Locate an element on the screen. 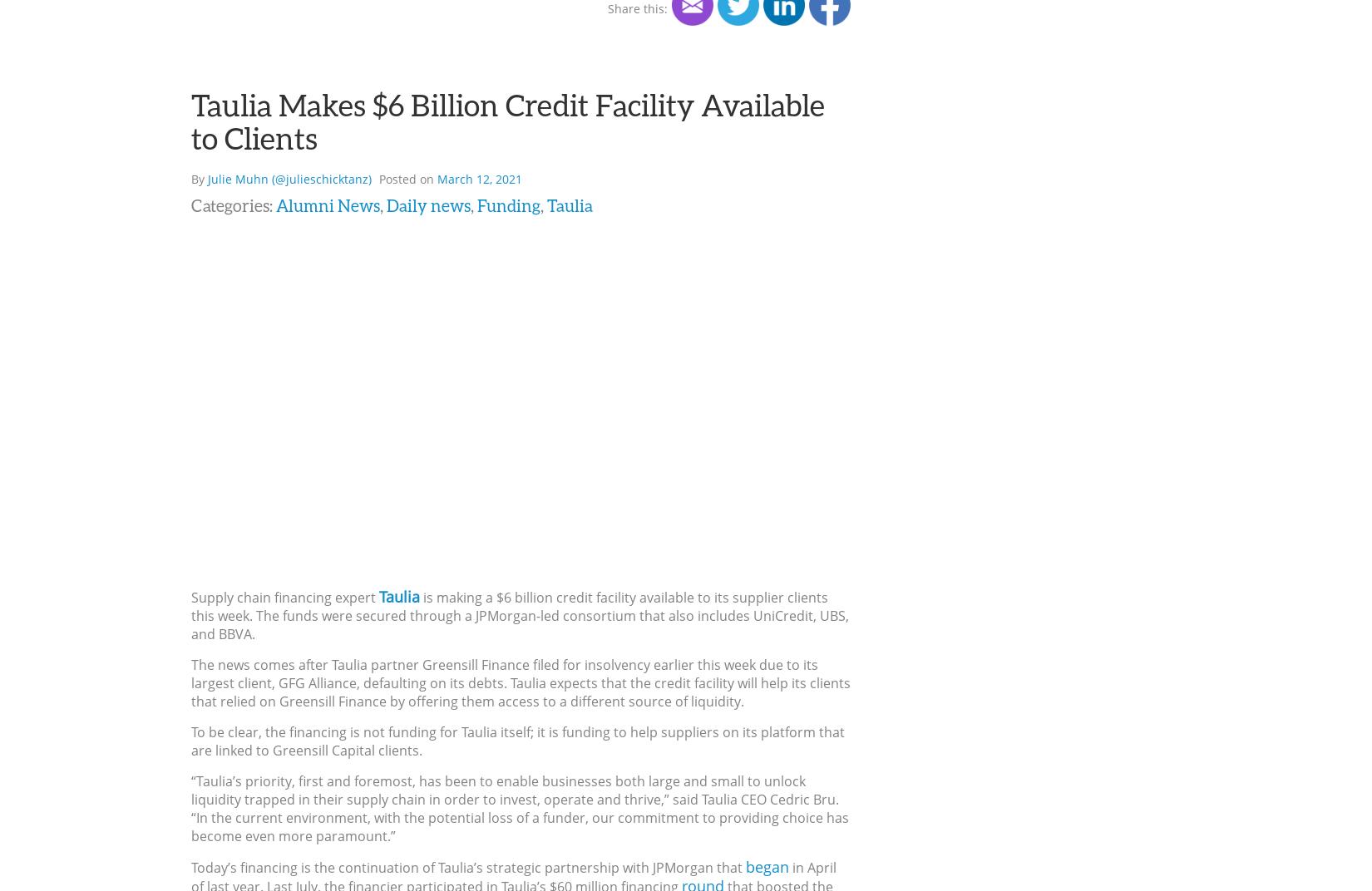  'began' is located at coordinates (745, 865).